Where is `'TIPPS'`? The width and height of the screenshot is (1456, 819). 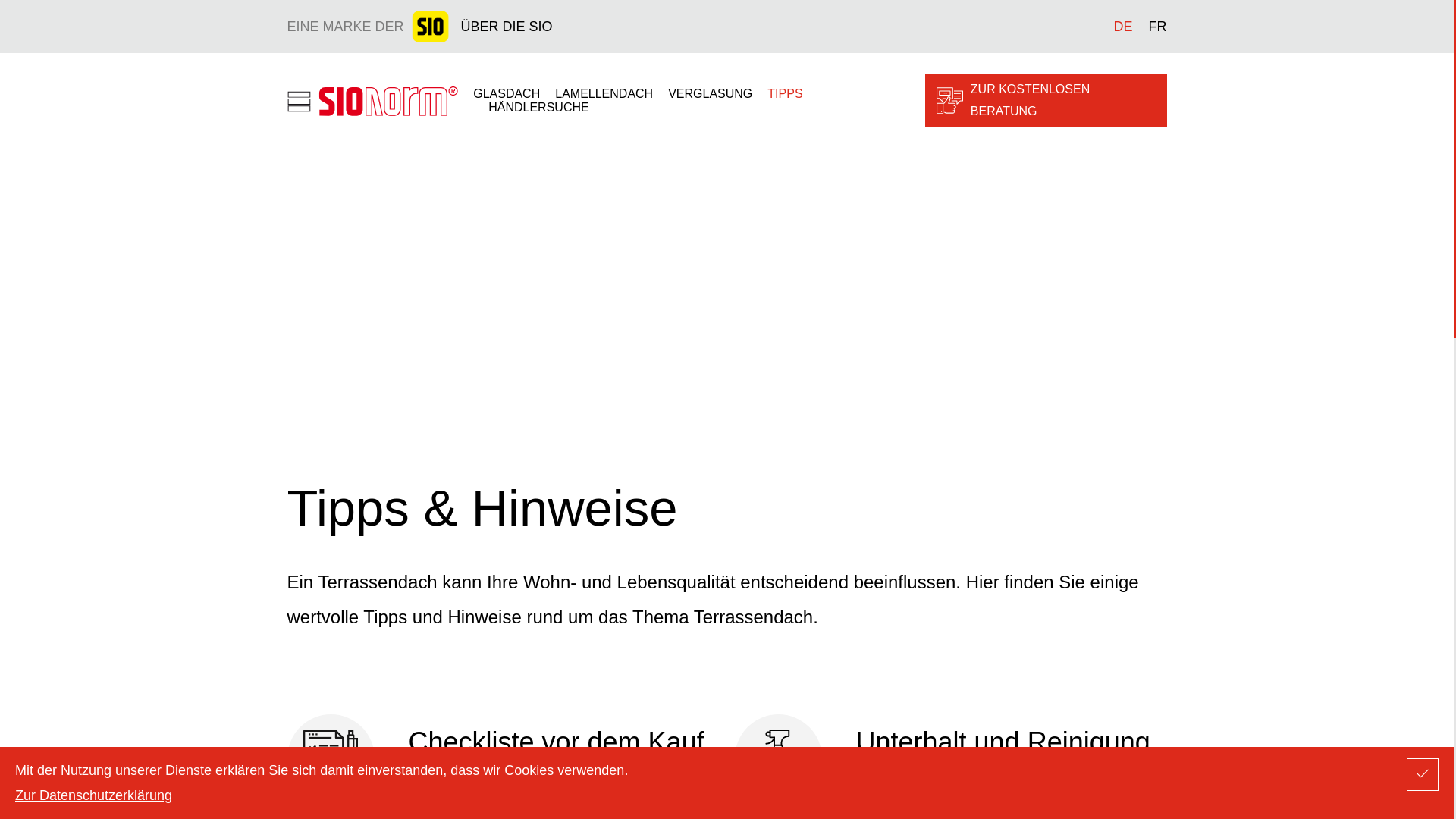 'TIPPS' is located at coordinates (785, 93).